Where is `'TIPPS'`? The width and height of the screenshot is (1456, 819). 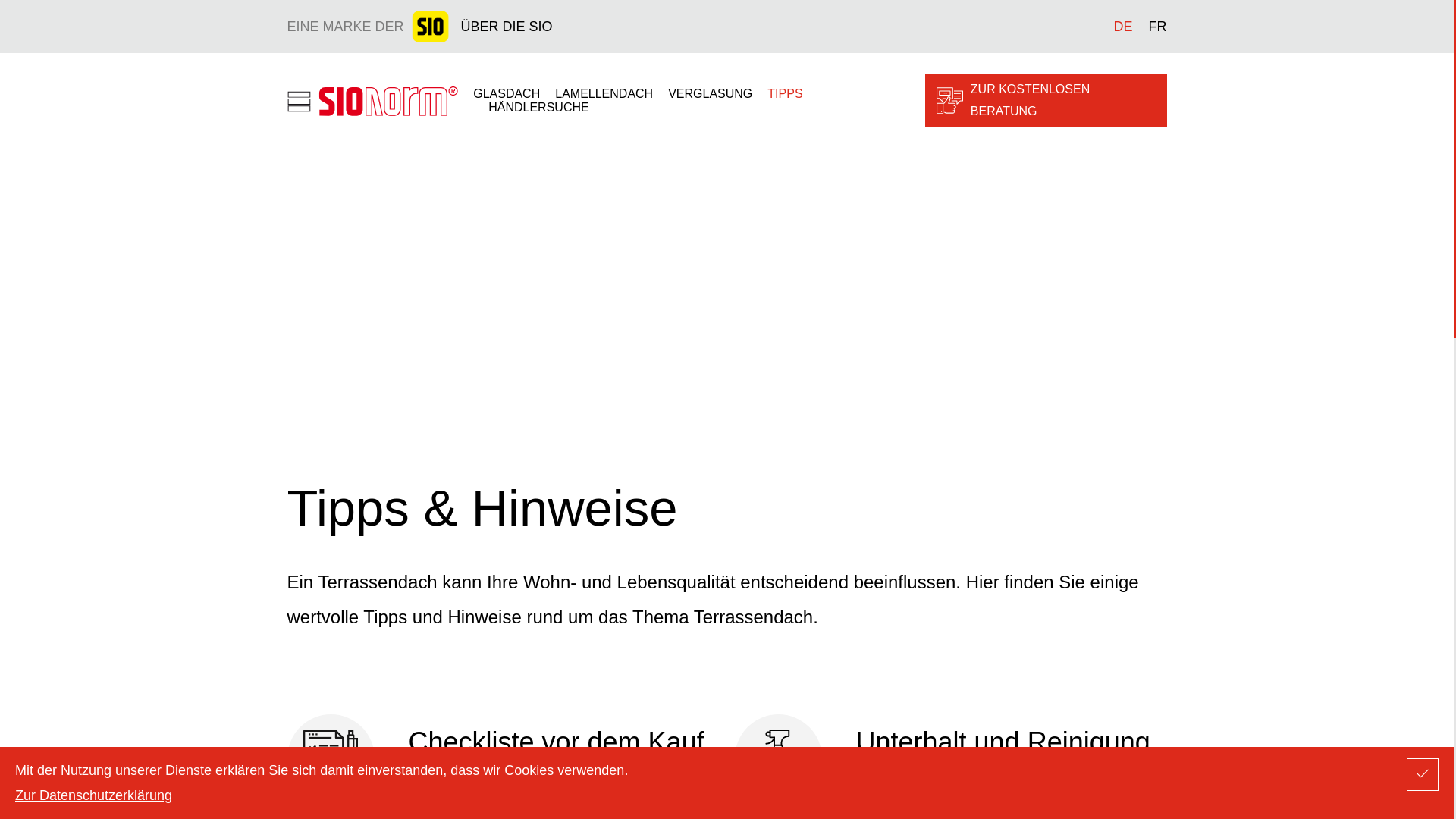 'TIPPS' is located at coordinates (785, 93).